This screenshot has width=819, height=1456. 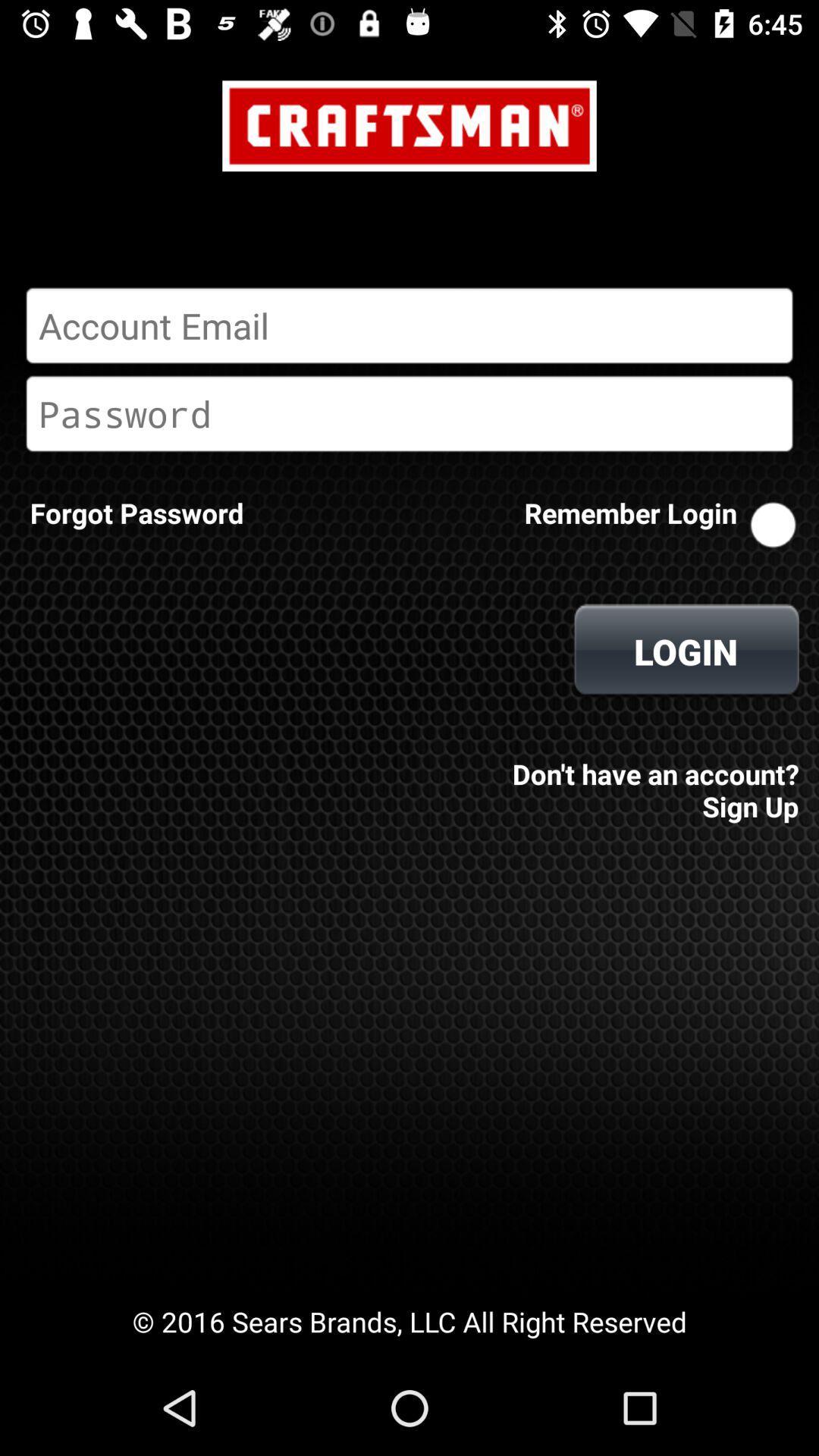 What do you see at coordinates (409, 413) in the screenshot?
I see `etc` at bounding box center [409, 413].